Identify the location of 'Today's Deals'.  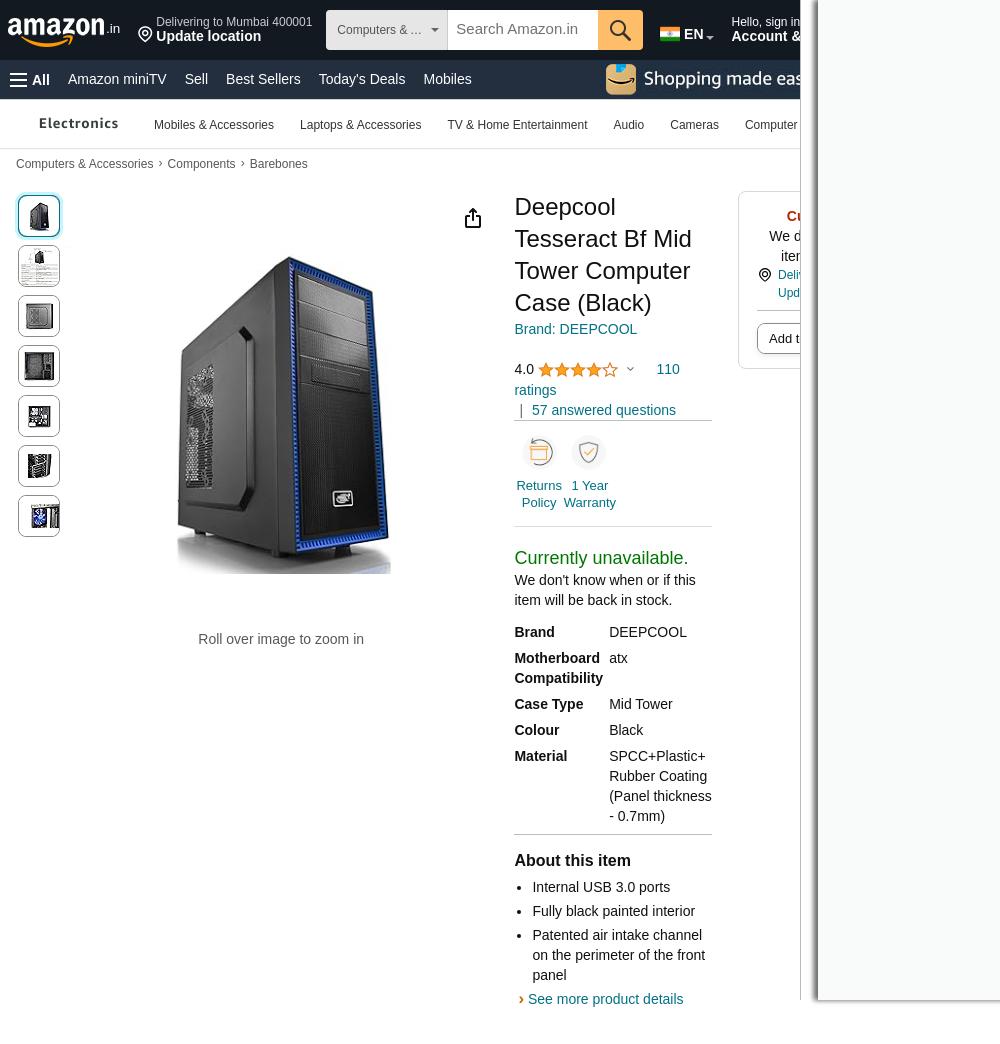
(360, 79).